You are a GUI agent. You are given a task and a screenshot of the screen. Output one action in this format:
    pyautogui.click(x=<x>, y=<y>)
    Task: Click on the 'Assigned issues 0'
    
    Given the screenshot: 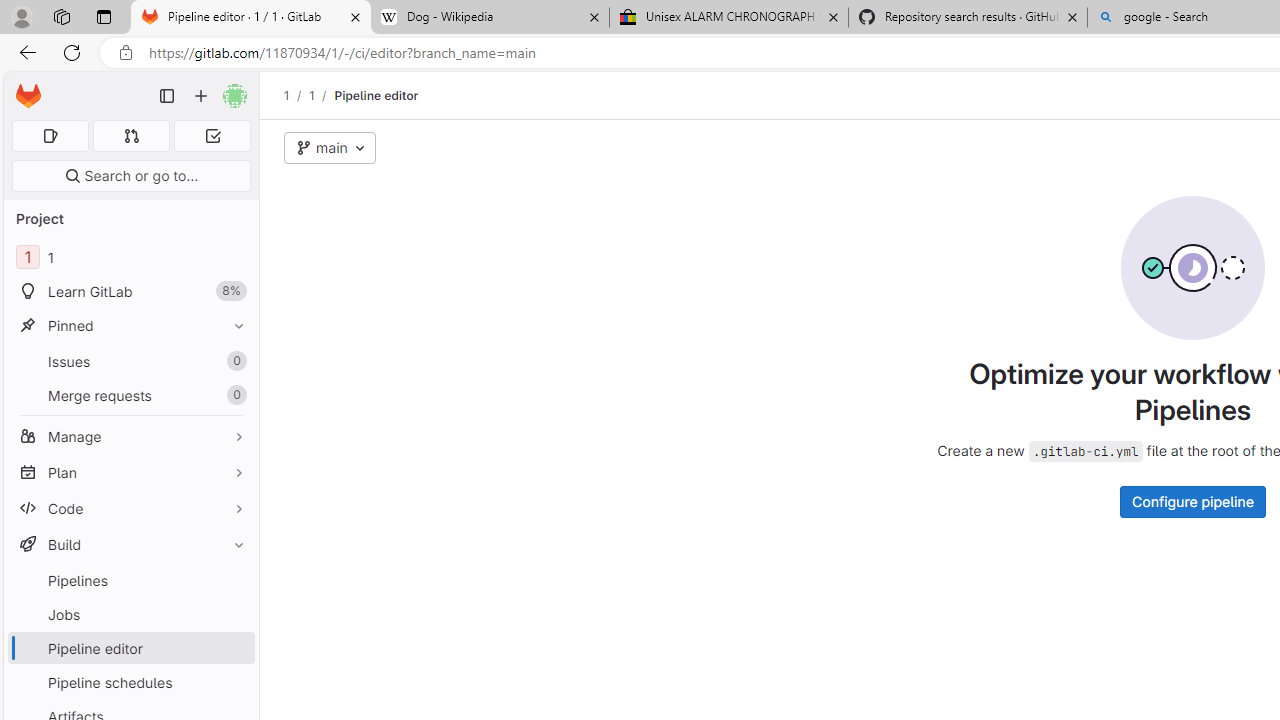 What is the action you would take?
    pyautogui.click(x=50, y=135)
    